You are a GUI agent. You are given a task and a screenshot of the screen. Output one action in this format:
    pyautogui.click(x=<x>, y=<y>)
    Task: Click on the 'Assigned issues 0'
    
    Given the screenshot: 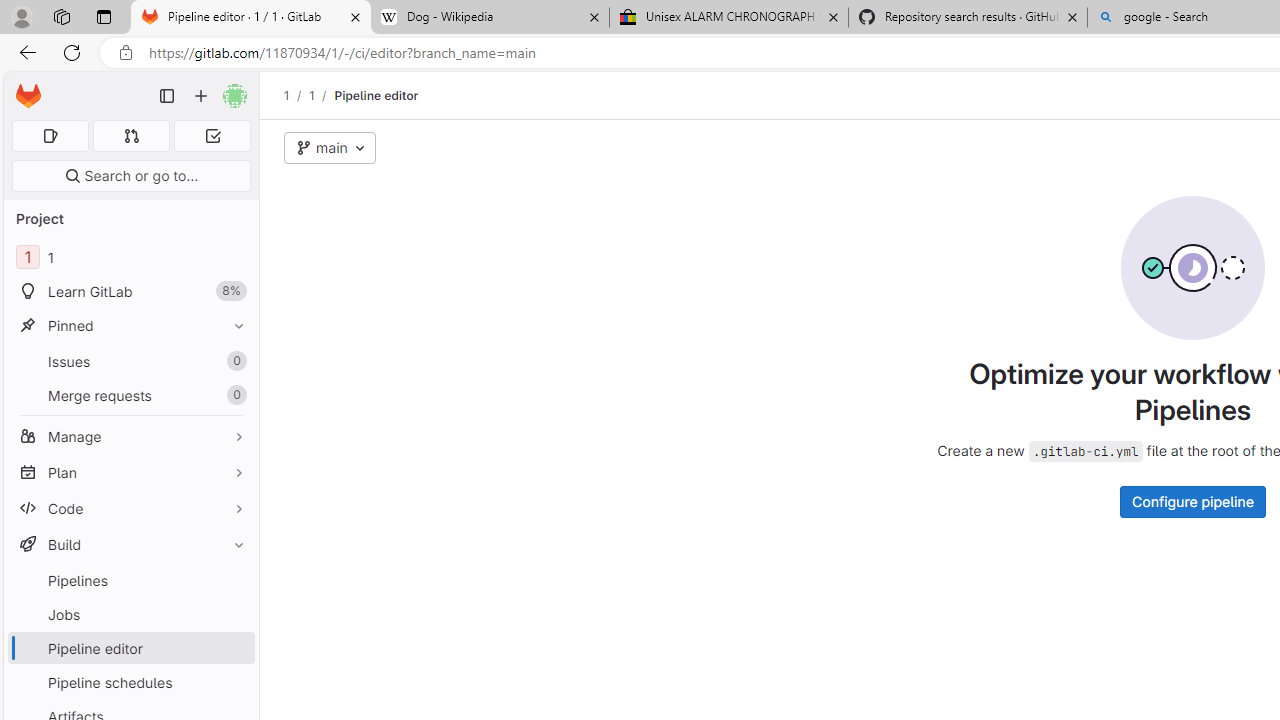 What is the action you would take?
    pyautogui.click(x=50, y=135)
    